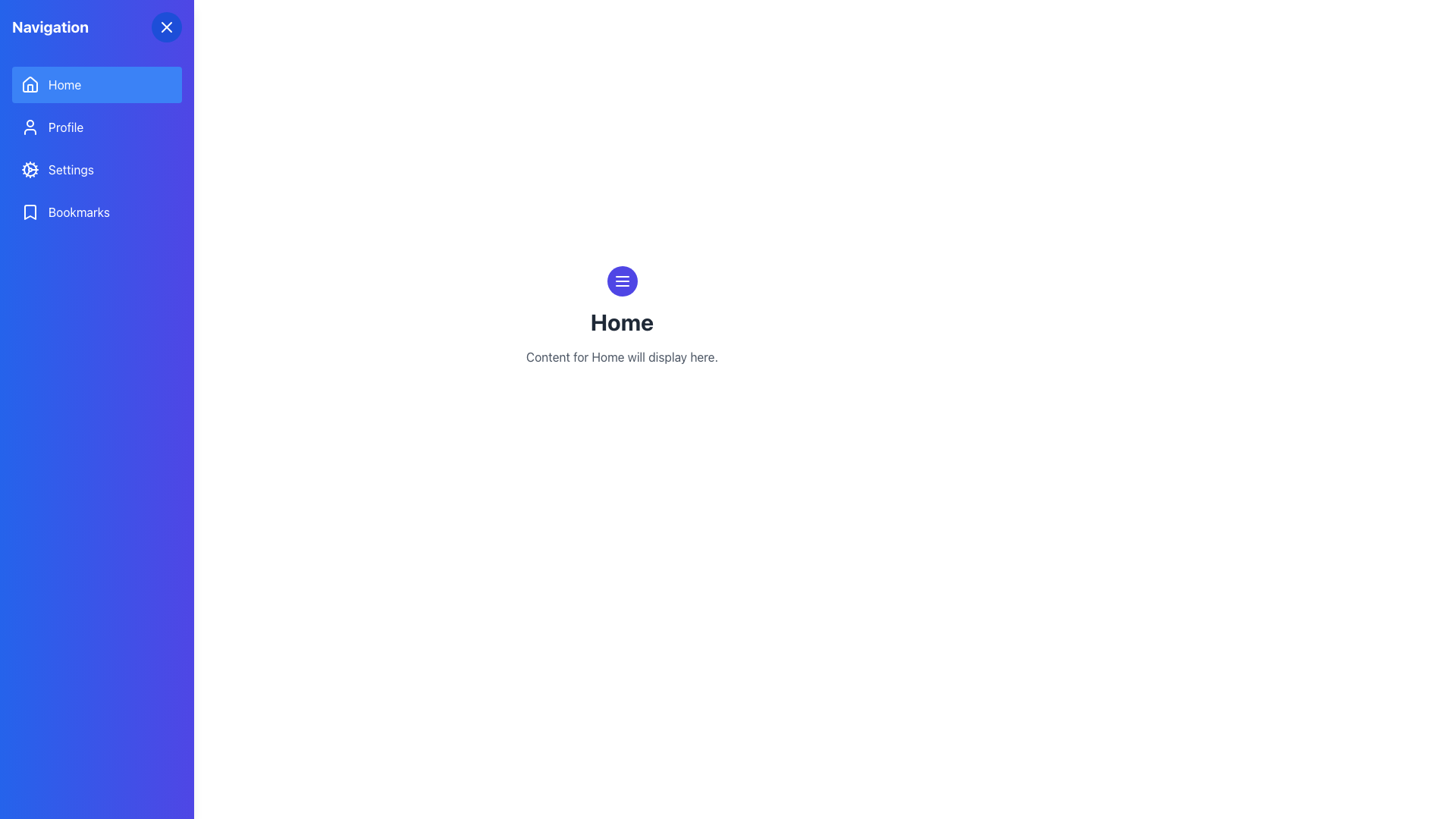 Image resolution: width=1456 pixels, height=819 pixels. I want to click on the Header text element labeled 'Home', which is a large, bold heading in dark gray color located in the main content area of the page, so click(622, 321).